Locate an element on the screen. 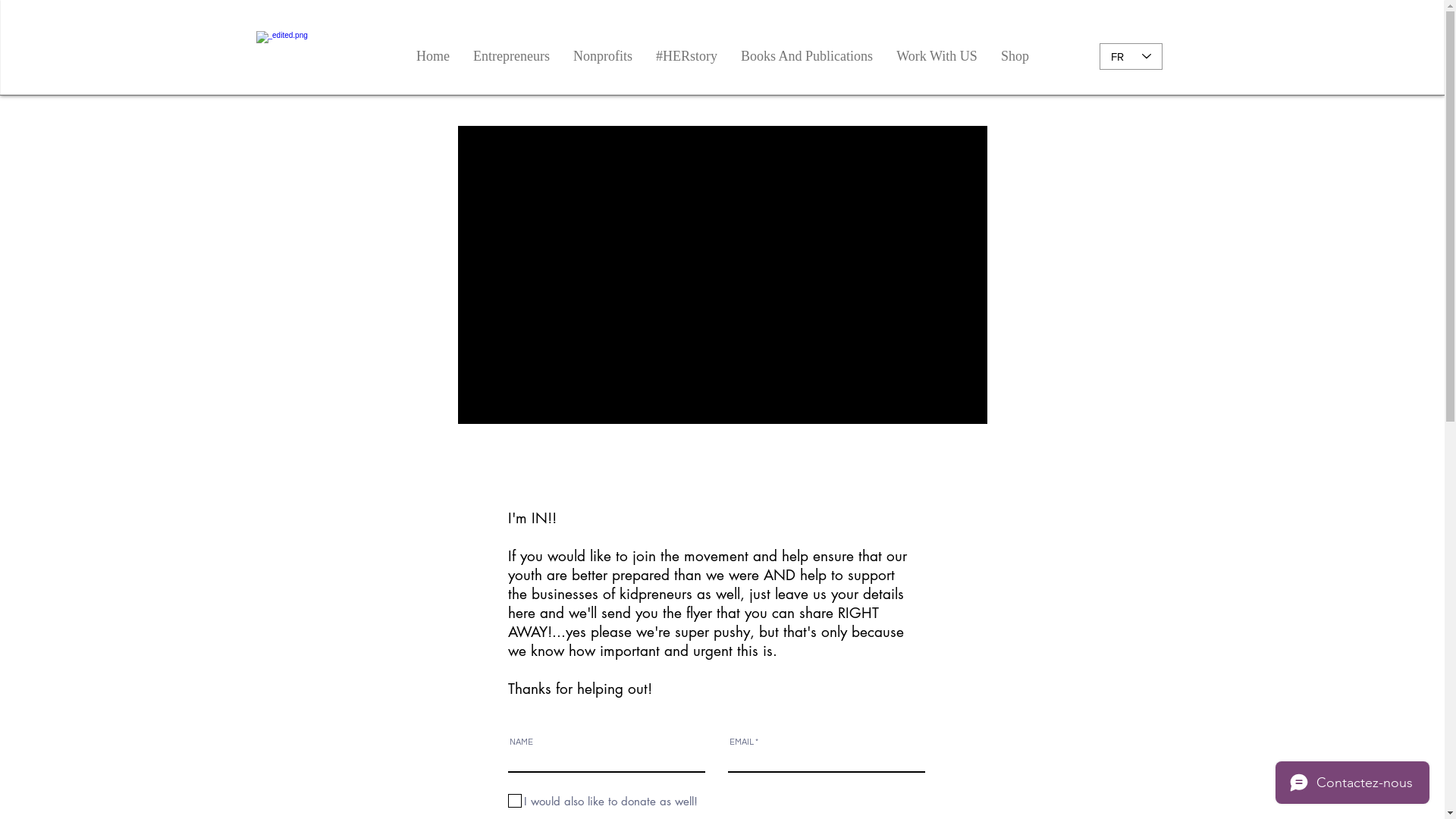 The width and height of the screenshot is (1456, 819). 'Books And Publications' is located at coordinates (805, 55).